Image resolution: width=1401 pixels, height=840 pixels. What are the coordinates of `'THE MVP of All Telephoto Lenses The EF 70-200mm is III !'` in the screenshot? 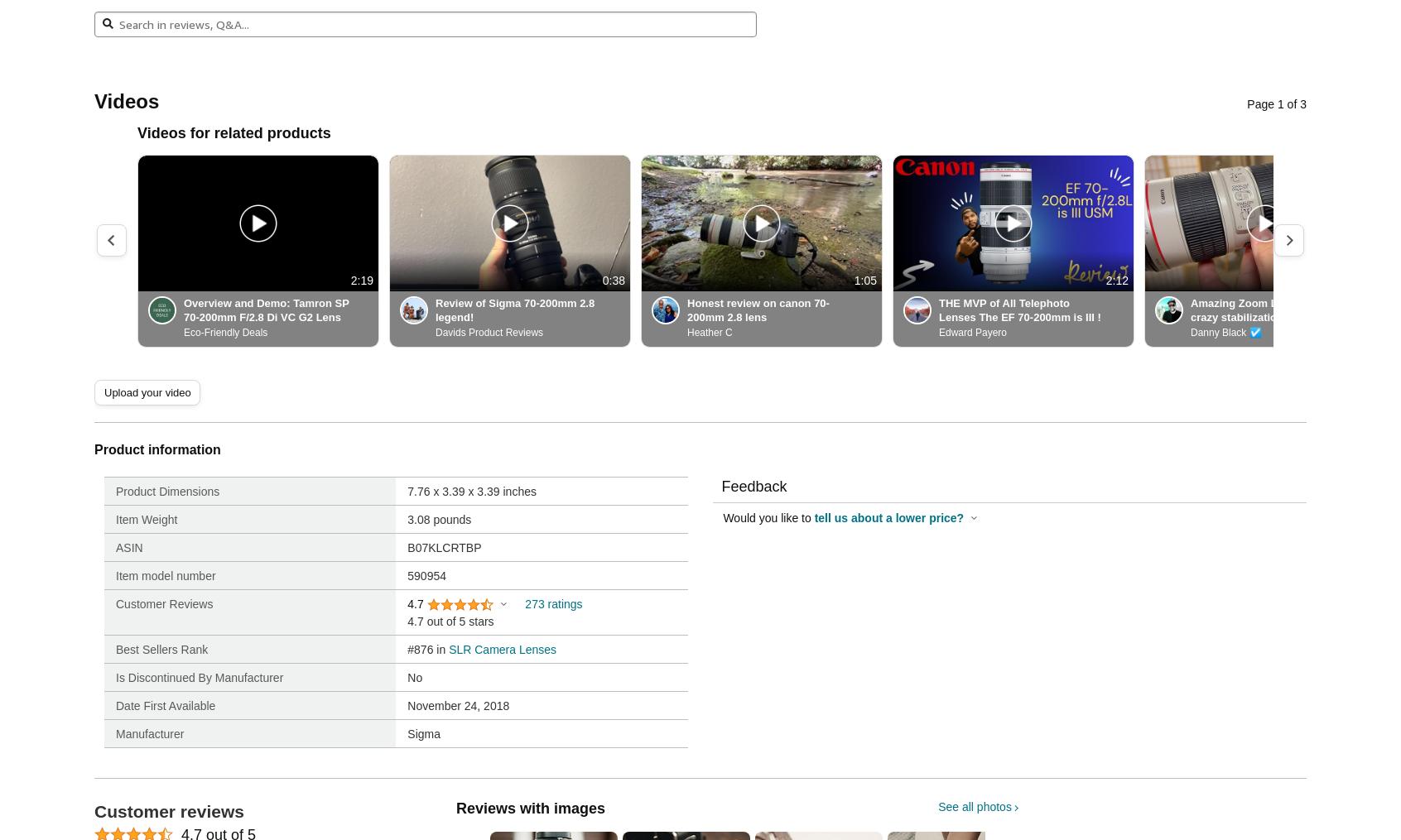 It's located at (1019, 310).